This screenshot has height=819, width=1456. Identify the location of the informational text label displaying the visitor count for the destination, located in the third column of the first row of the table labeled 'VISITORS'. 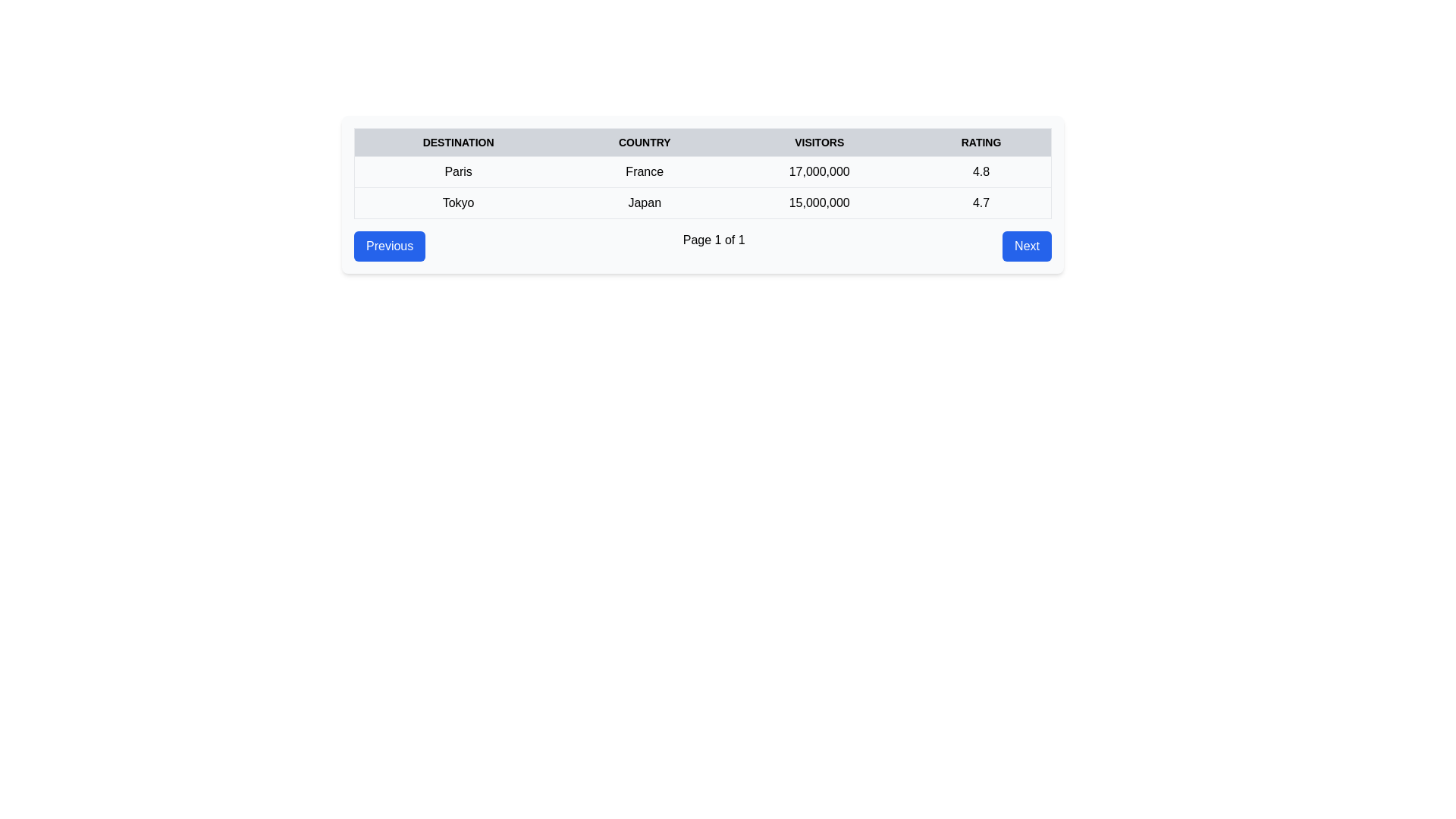
(818, 171).